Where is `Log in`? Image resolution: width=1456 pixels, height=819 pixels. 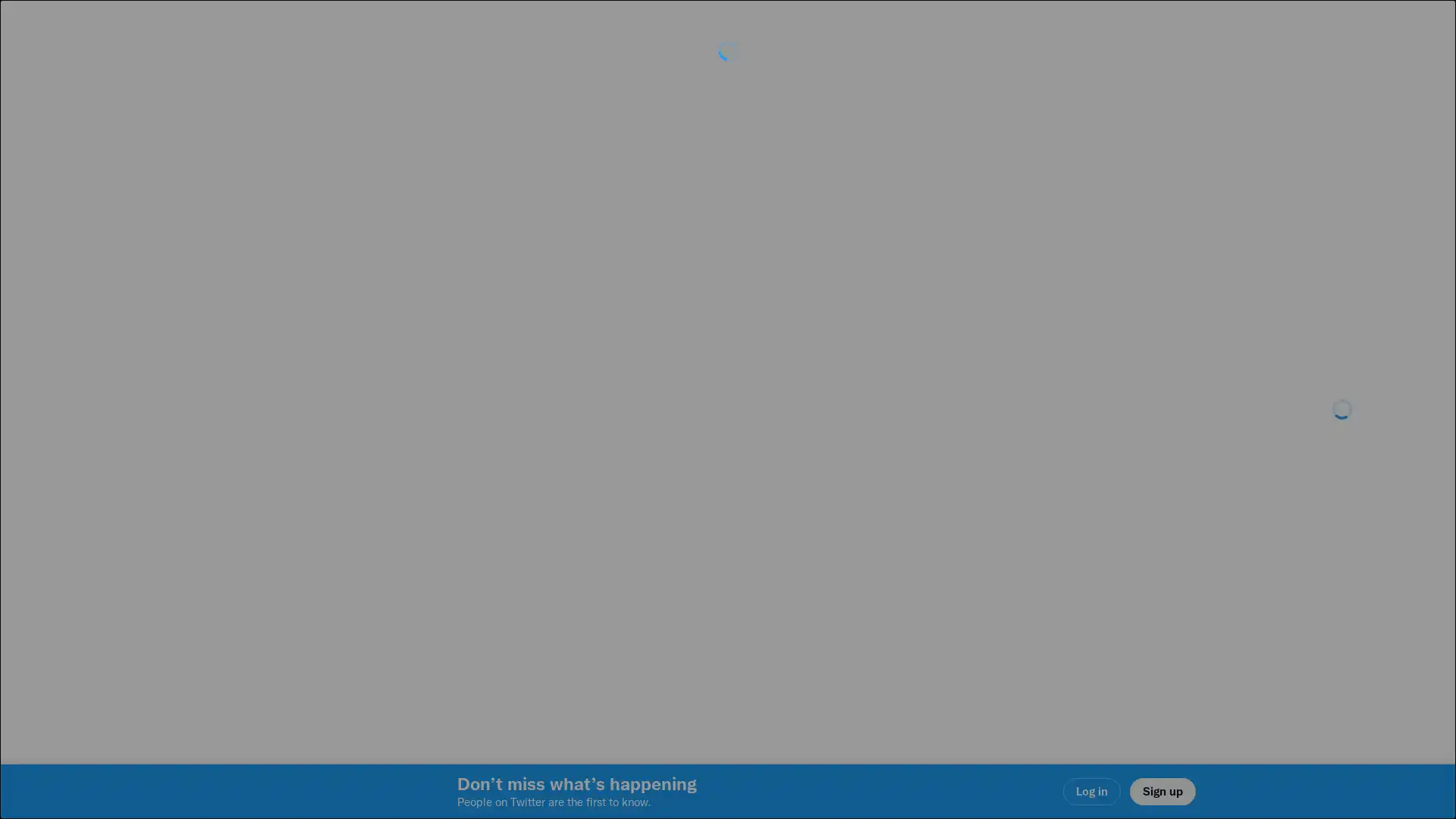
Log in is located at coordinates (910, 516).